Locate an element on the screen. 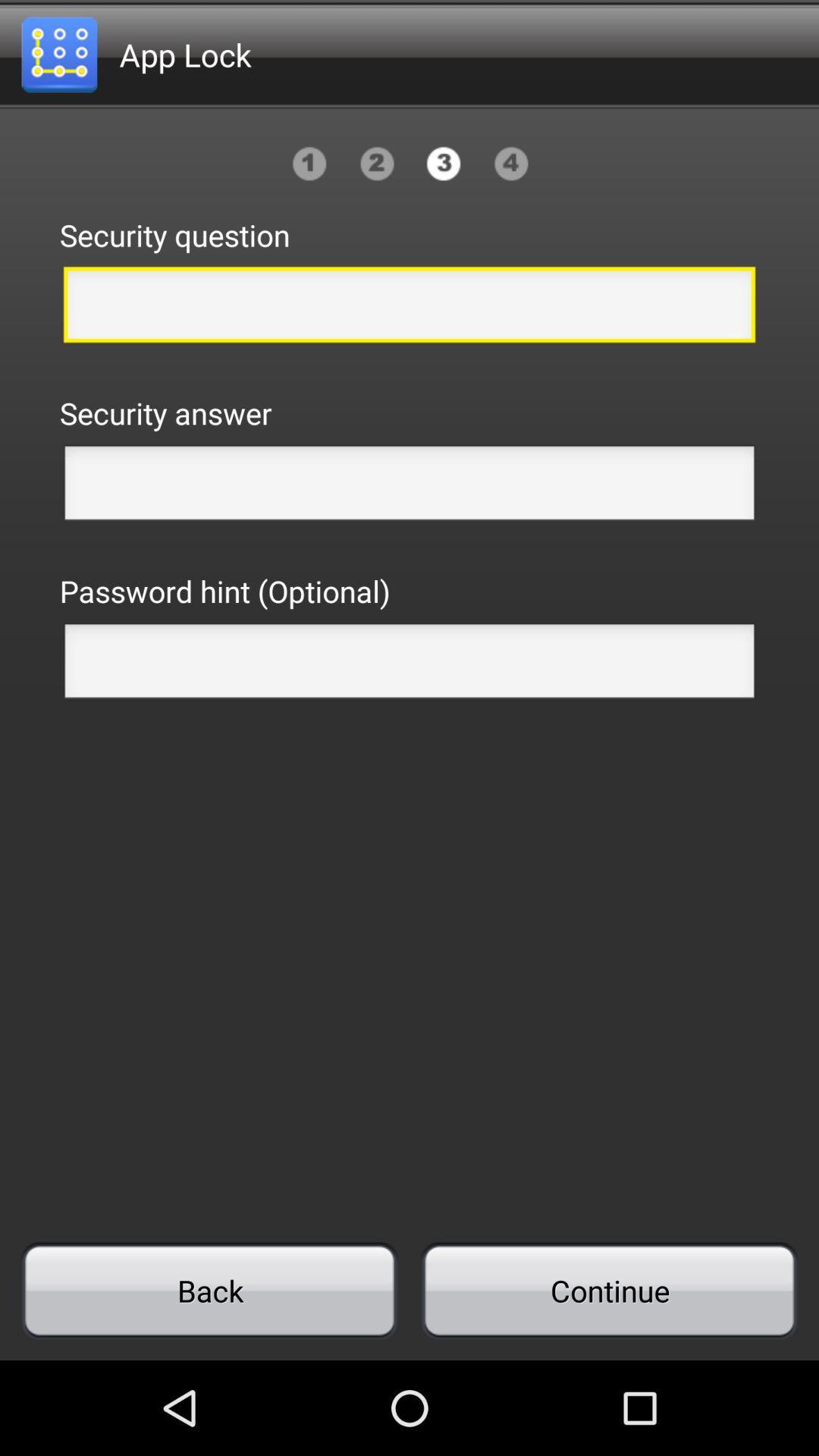  the back item is located at coordinates (209, 1290).